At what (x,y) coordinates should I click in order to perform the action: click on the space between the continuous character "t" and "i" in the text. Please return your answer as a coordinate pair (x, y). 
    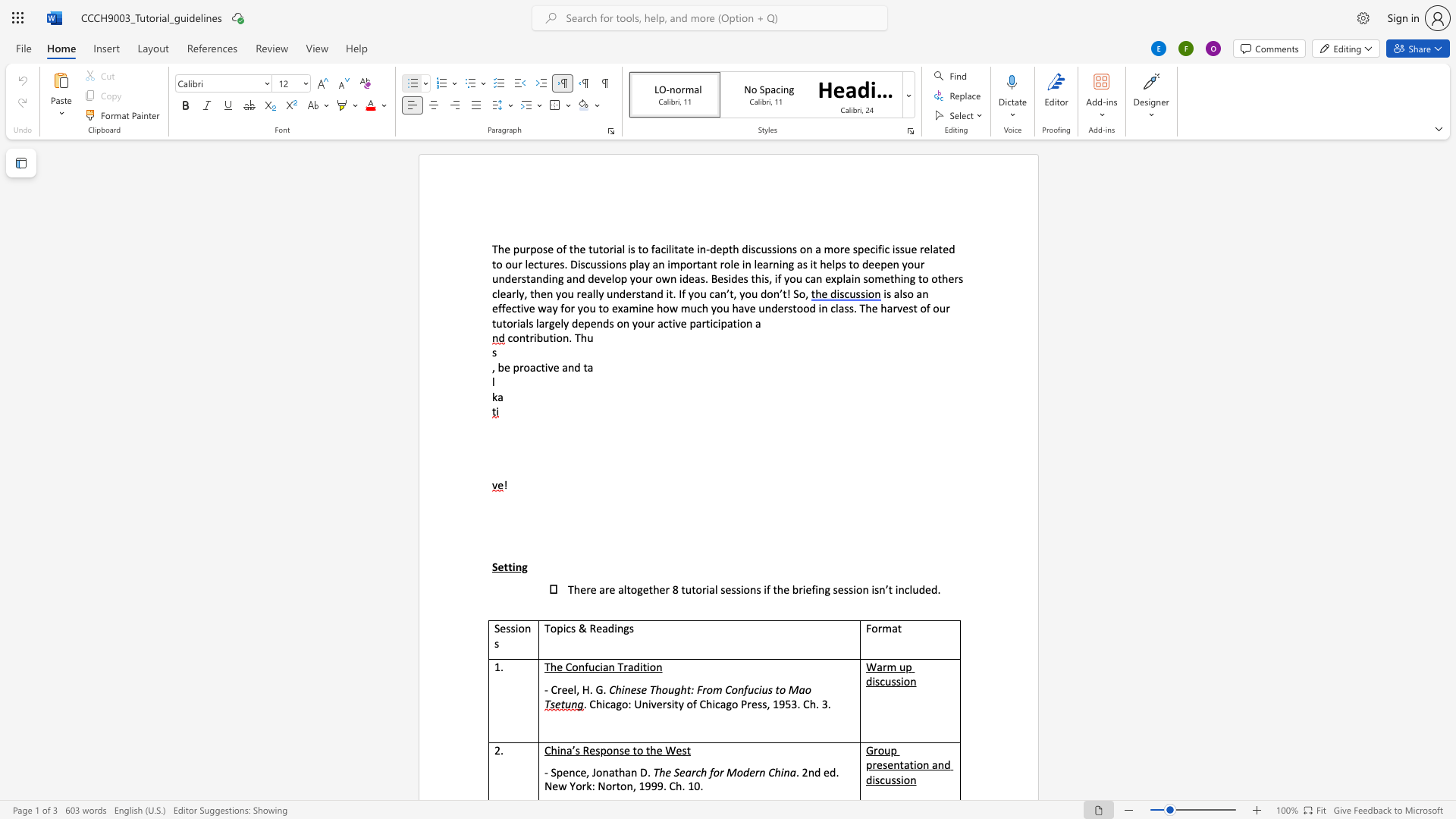
    Looking at the image, I should click on (646, 666).